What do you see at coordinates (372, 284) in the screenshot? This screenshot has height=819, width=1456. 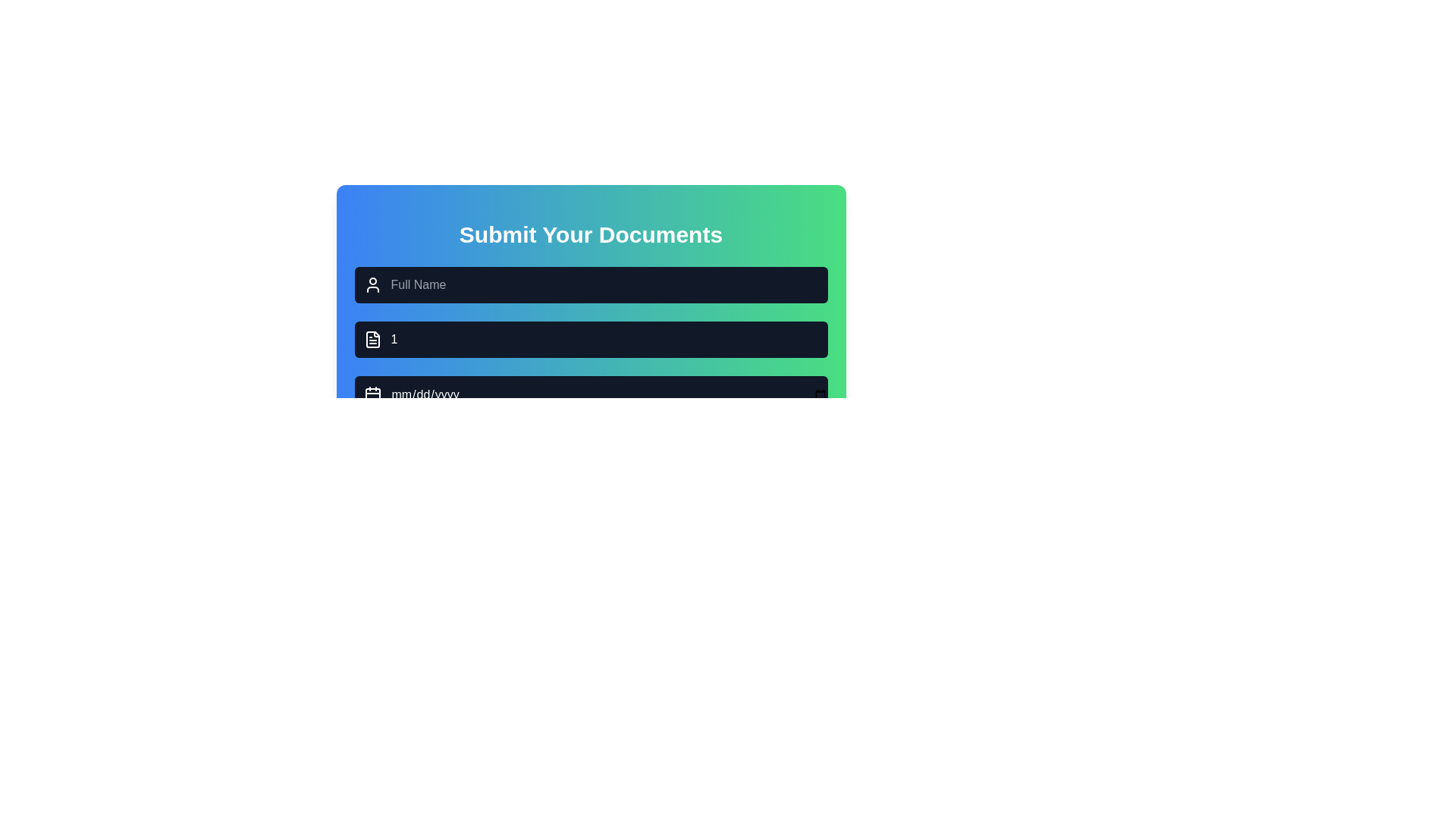 I see `the icon that signifies the adjacent text input field for entering user-related details, located to the left of the 'Full Name' input field in the 'Submit Your Documents' form` at bounding box center [372, 284].